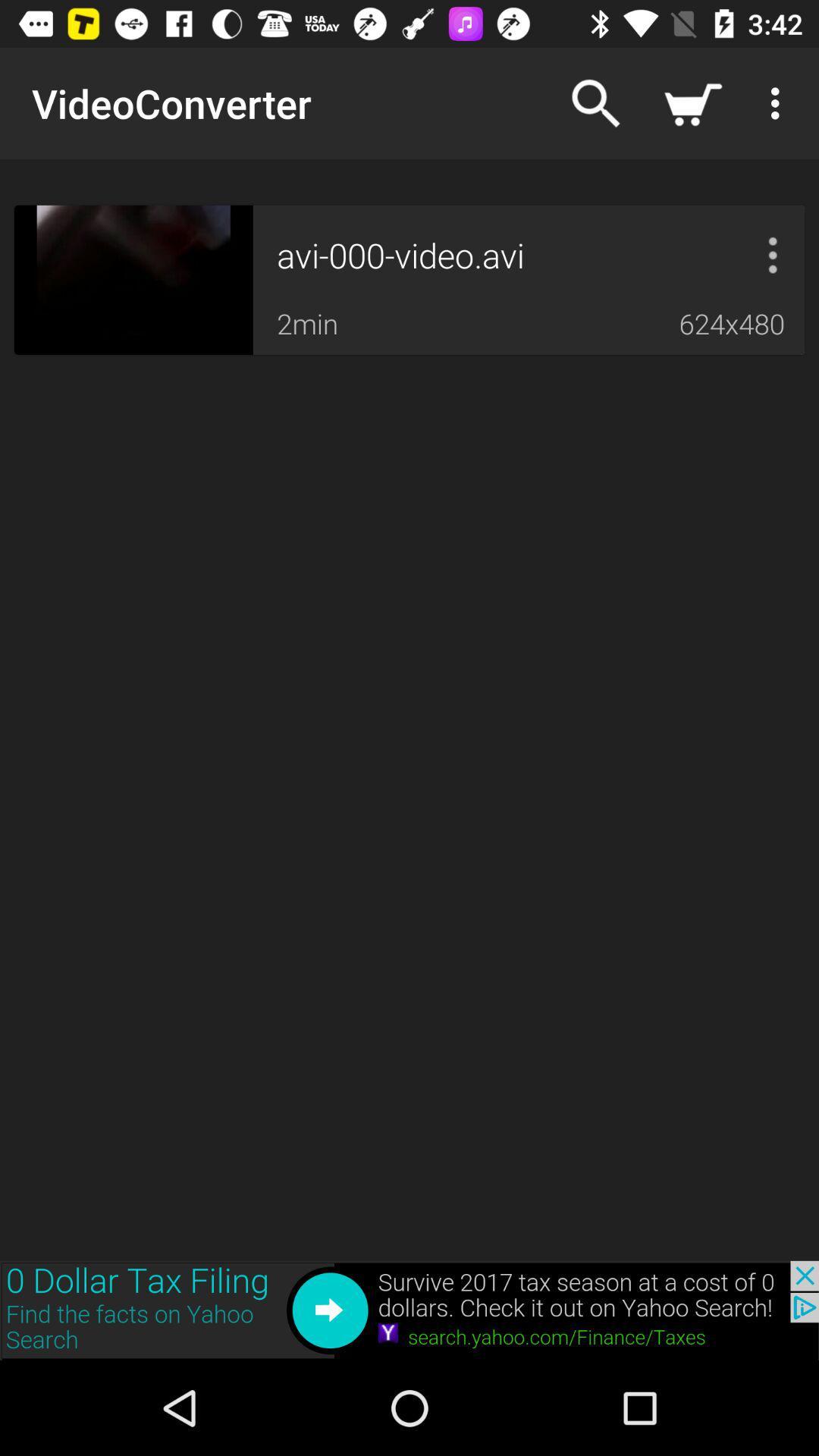 Image resolution: width=819 pixels, height=1456 pixels. I want to click on access video options, so click(773, 255).